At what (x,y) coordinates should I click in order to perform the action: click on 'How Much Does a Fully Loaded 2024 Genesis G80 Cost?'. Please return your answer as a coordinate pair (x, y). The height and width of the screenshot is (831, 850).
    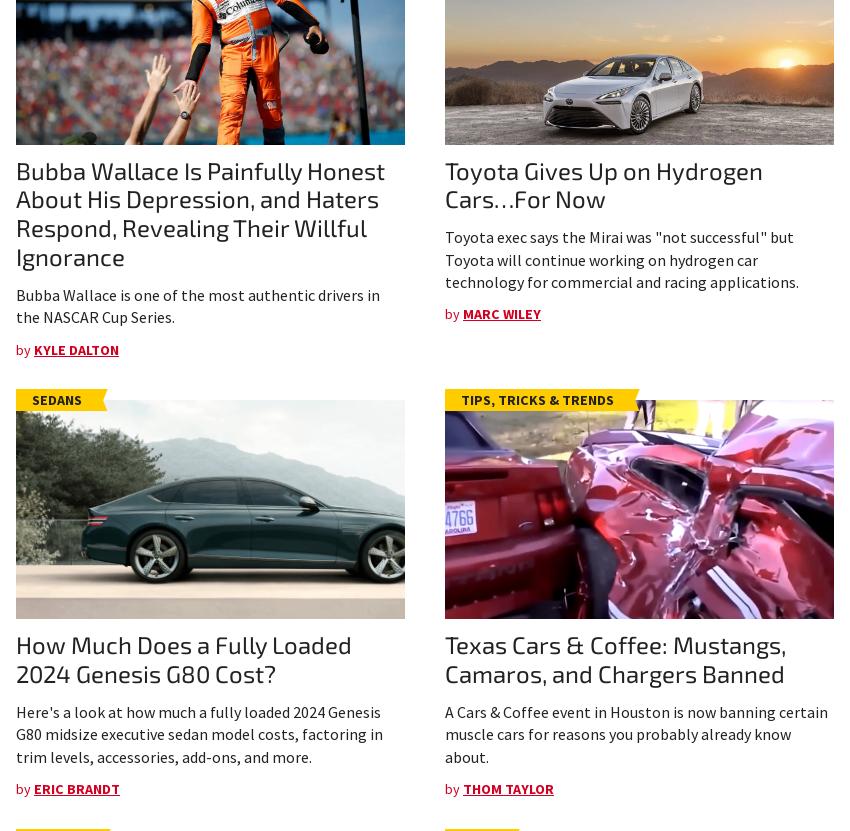
    Looking at the image, I should click on (183, 658).